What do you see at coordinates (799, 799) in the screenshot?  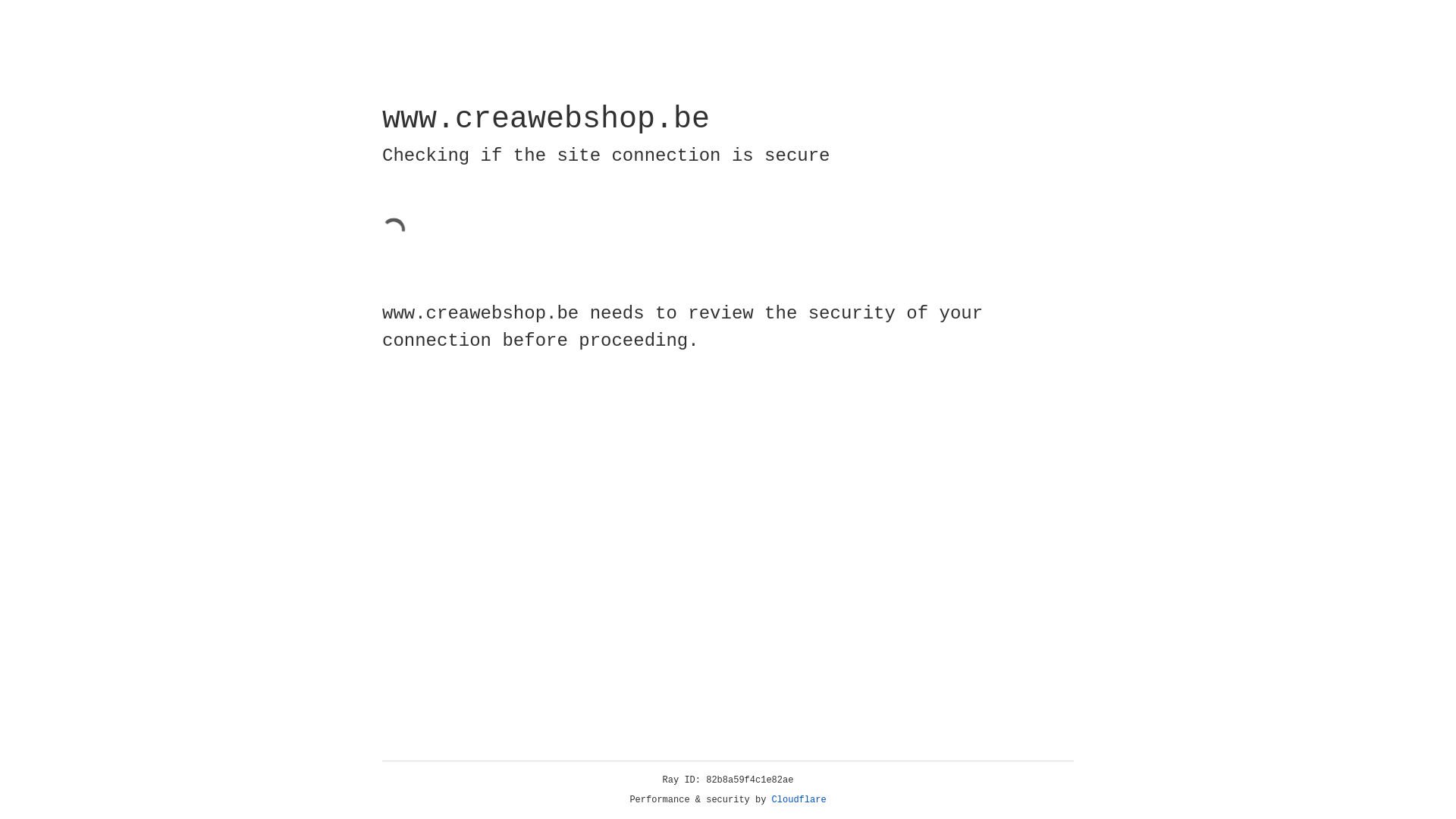 I see `'Cloudflare'` at bounding box center [799, 799].